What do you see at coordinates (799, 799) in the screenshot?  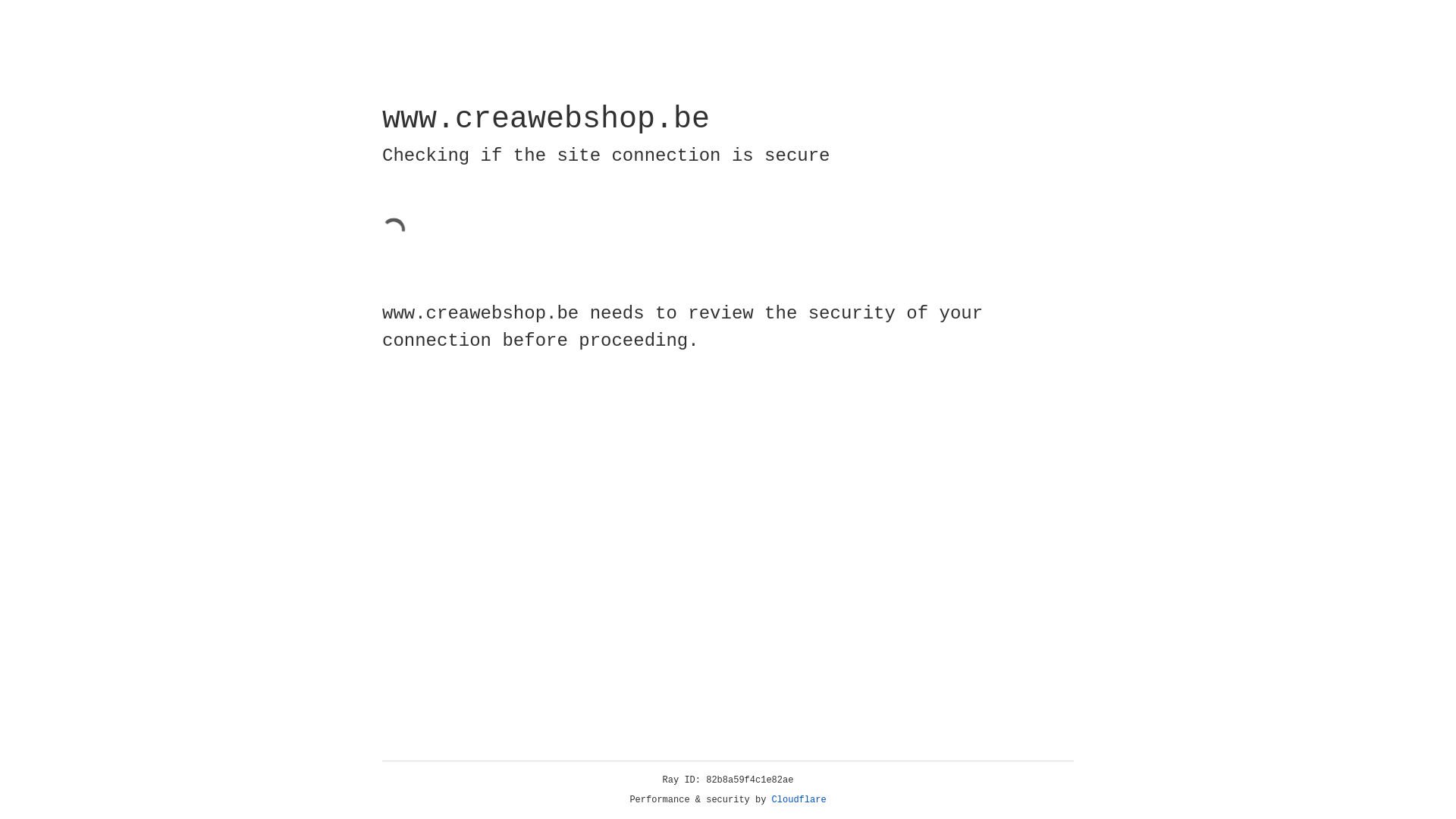 I see `'Cloudflare'` at bounding box center [799, 799].